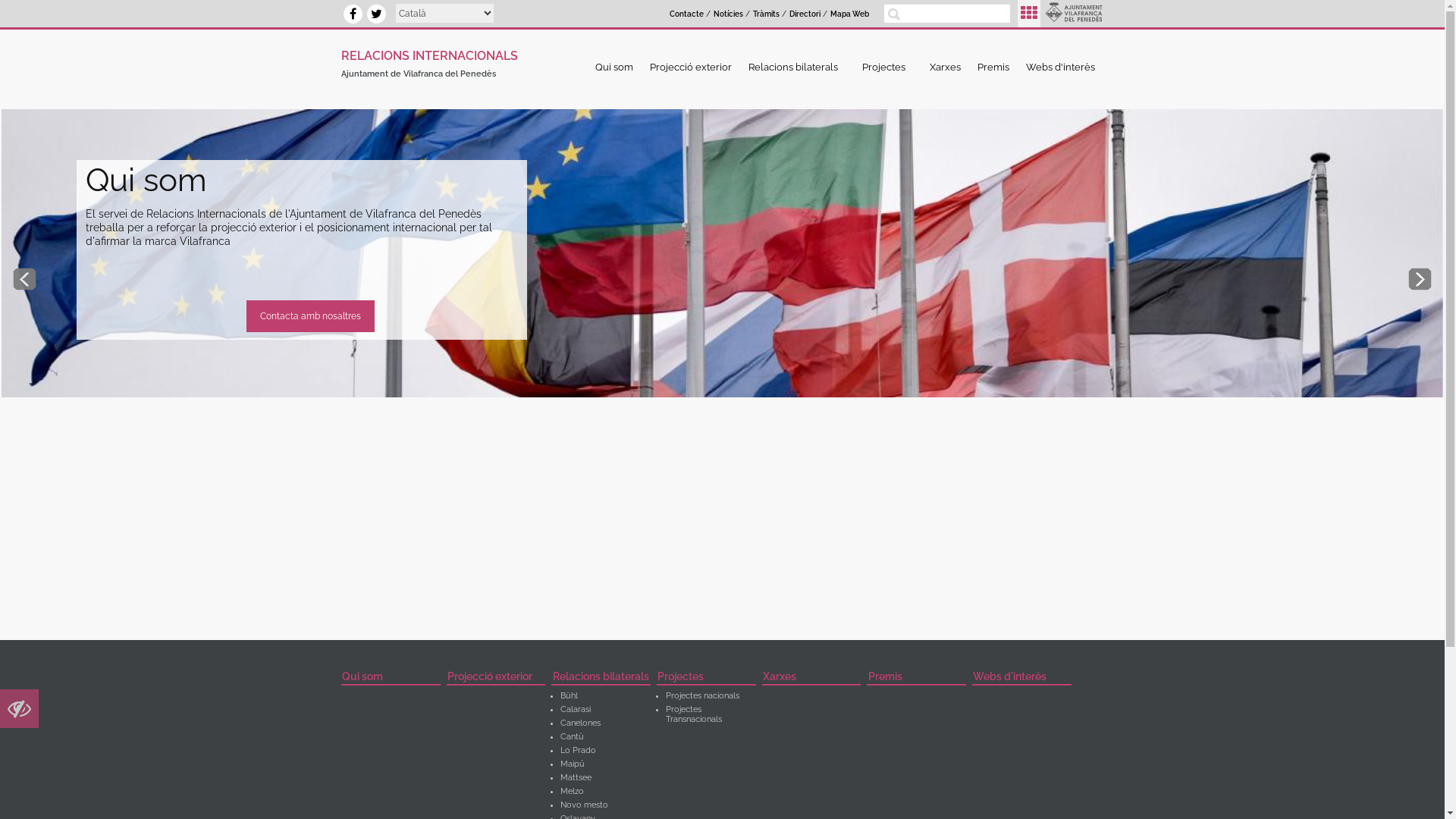 This screenshot has width=1456, height=819. I want to click on 'Melzo', so click(571, 790).